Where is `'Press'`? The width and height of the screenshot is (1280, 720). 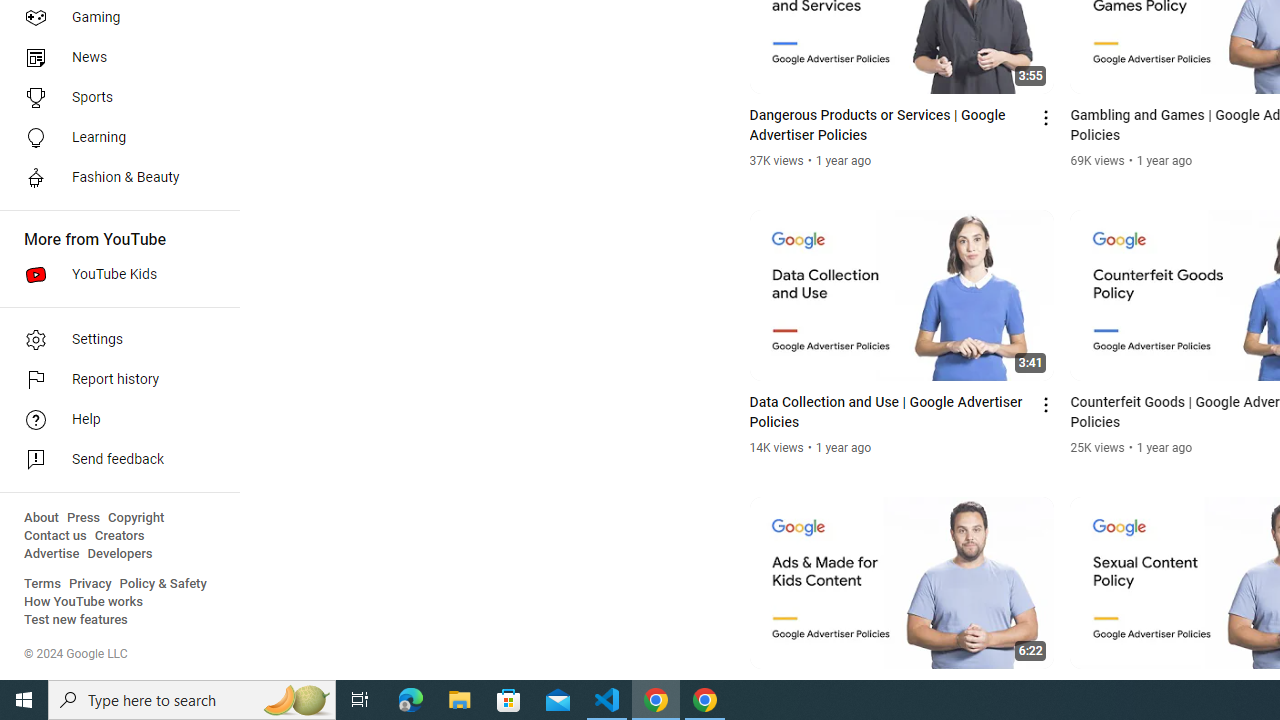 'Press' is located at coordinates (82, 517).